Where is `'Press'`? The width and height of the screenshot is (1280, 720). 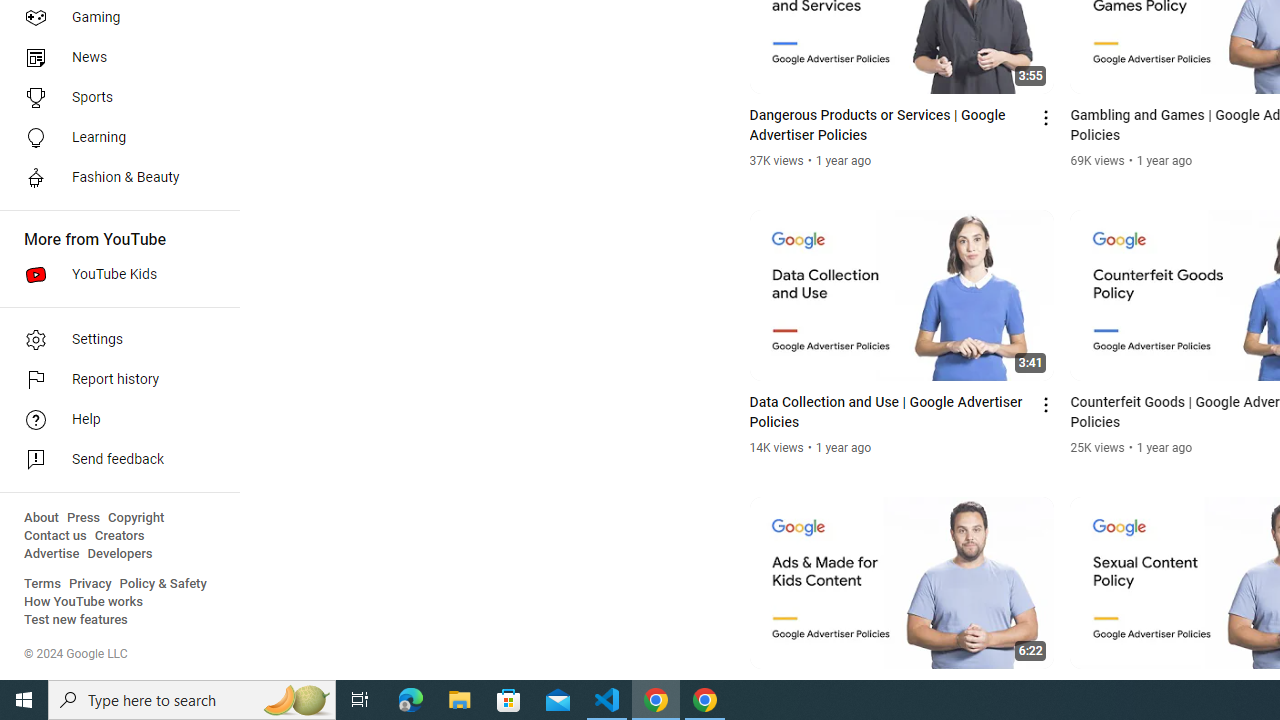 'Press' is located at coordinates (82, 517).